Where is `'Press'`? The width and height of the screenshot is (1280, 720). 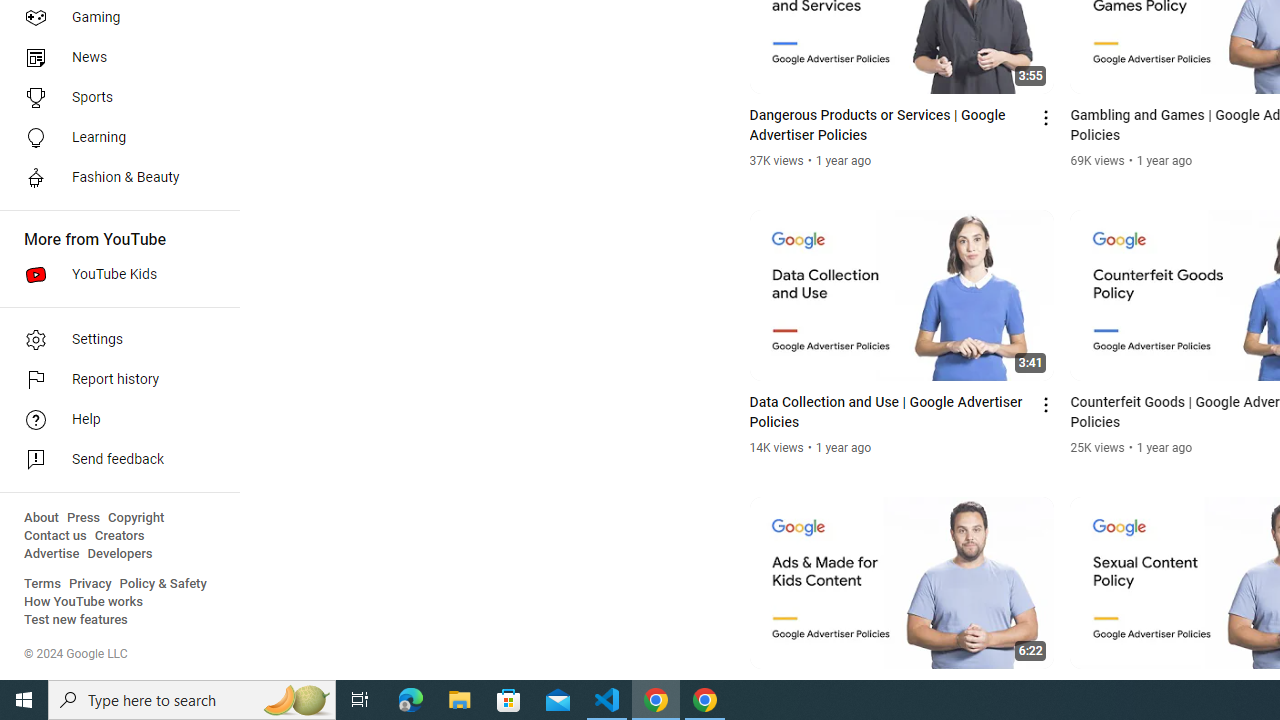 'Press' is located at coordinates (82, 517).